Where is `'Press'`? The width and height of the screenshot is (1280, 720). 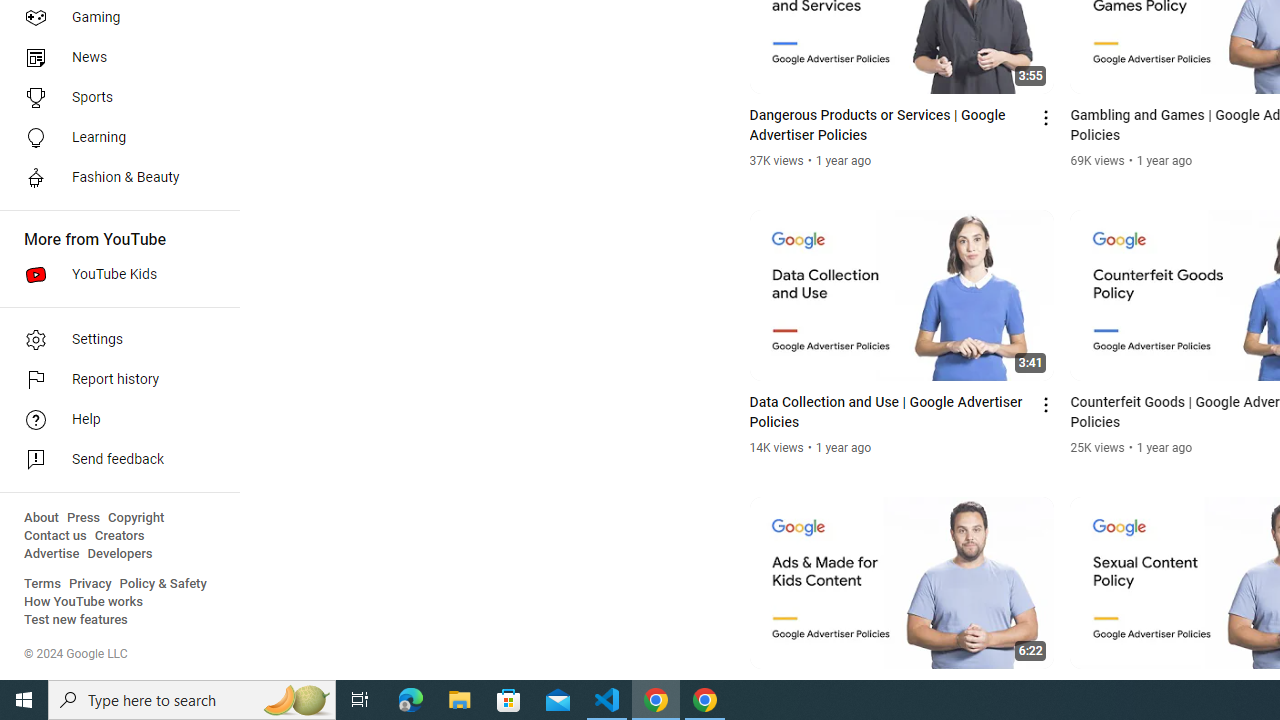 'Press' is located at coordinates (82, 517).